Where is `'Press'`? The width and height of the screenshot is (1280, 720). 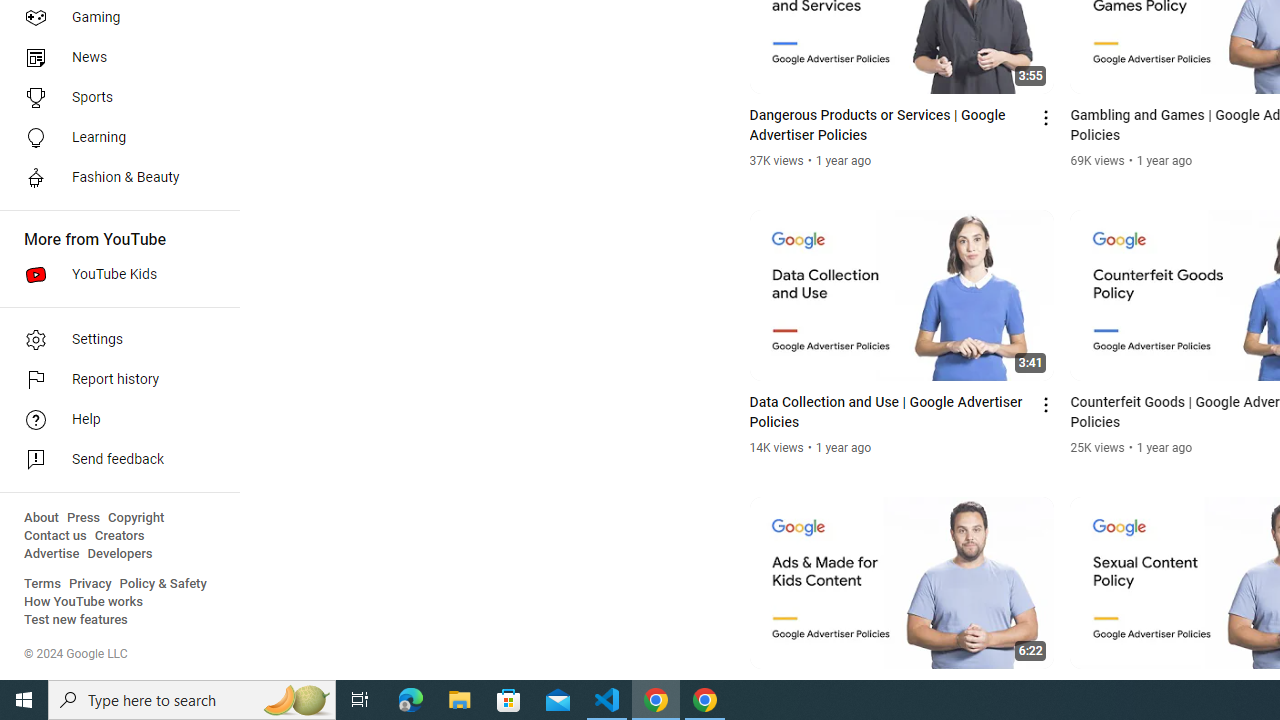 'Press' is located at coordinates (82, 517).